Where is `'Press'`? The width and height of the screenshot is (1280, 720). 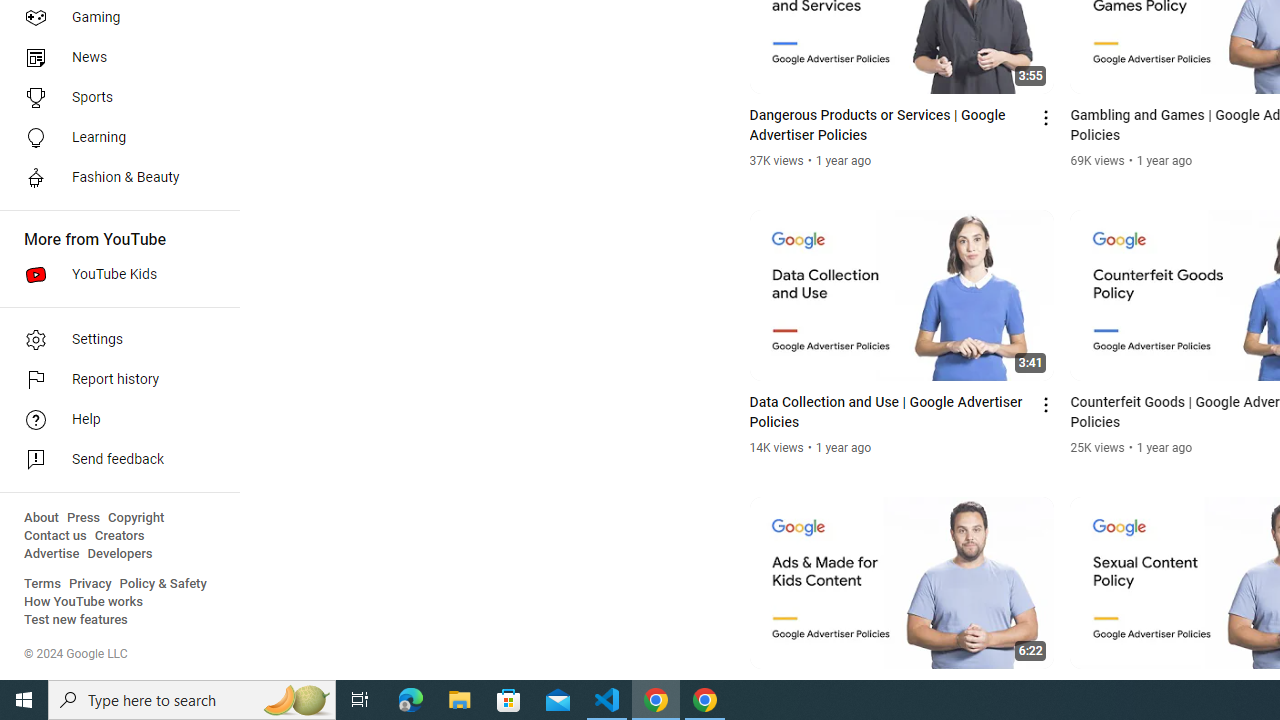 'Press' is located at coordinates (82, 517).